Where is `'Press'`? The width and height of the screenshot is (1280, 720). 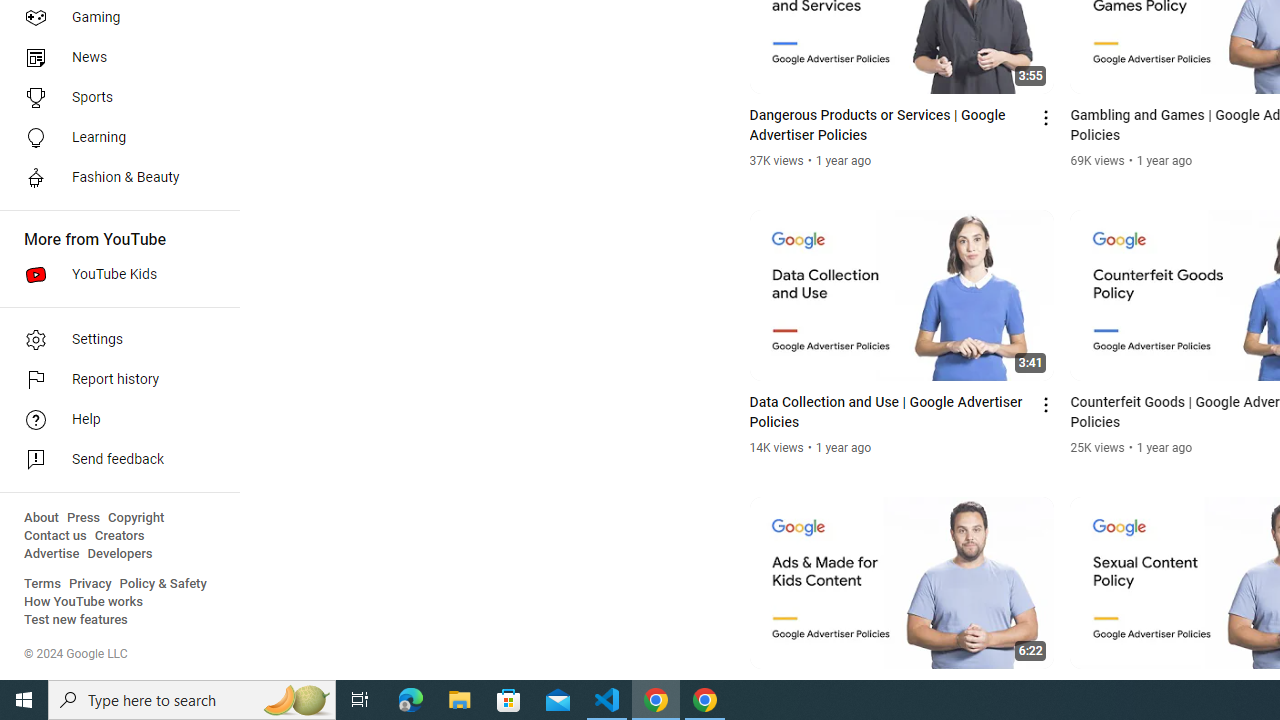 'Press' is located at coordinates (82, 517).